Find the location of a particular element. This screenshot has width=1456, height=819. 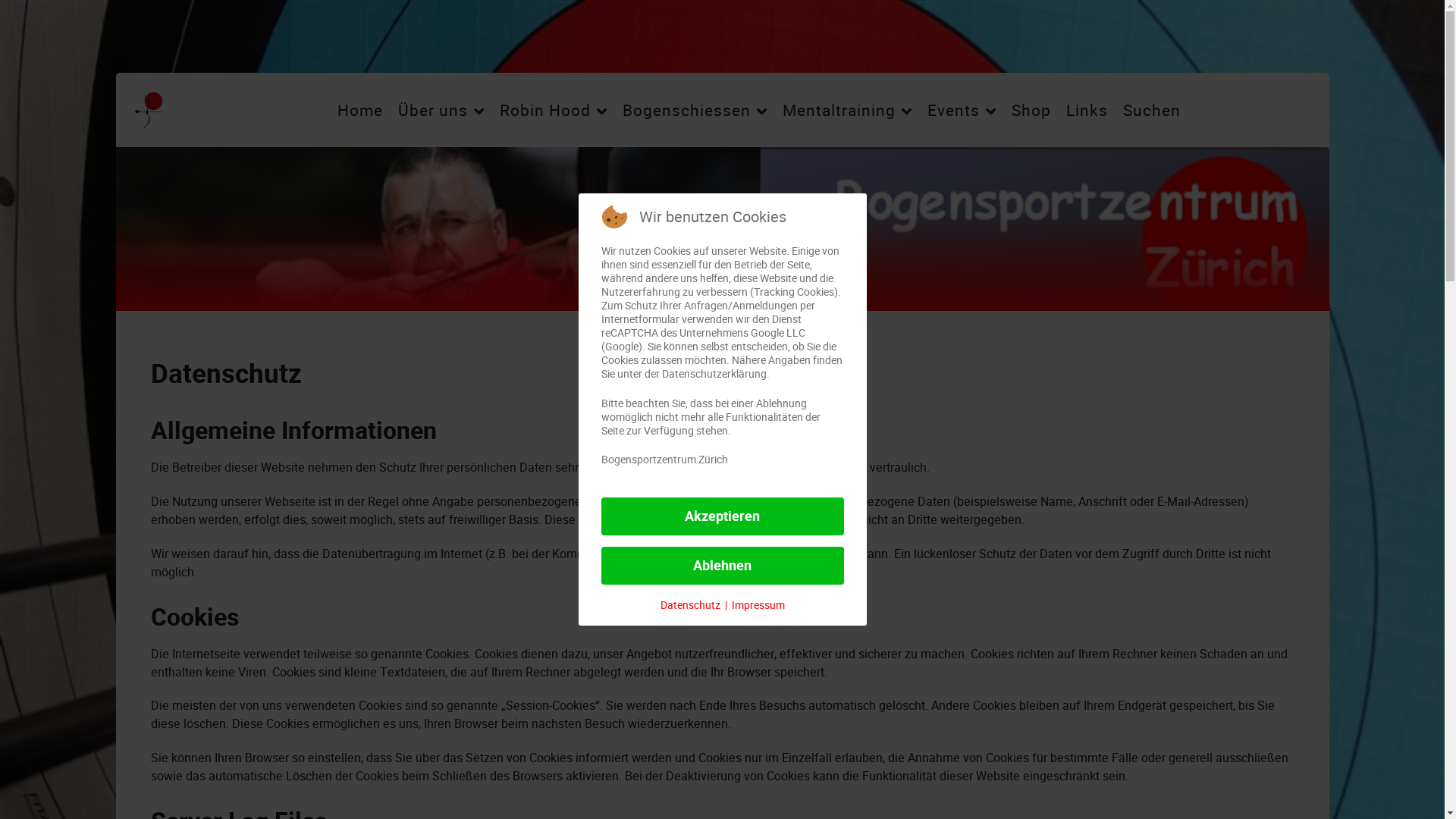

'Suchen' is located at coordinates (1151, 109).